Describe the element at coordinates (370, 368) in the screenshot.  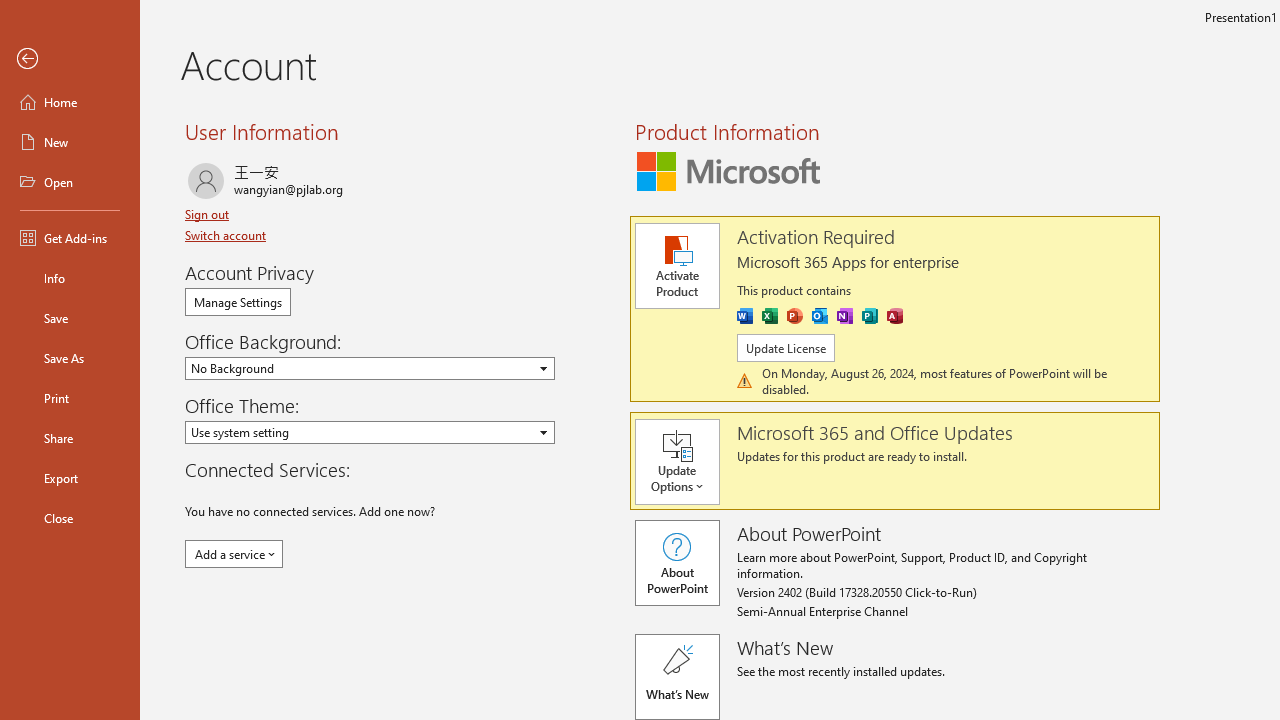
I see `'Office Background'` at that location.